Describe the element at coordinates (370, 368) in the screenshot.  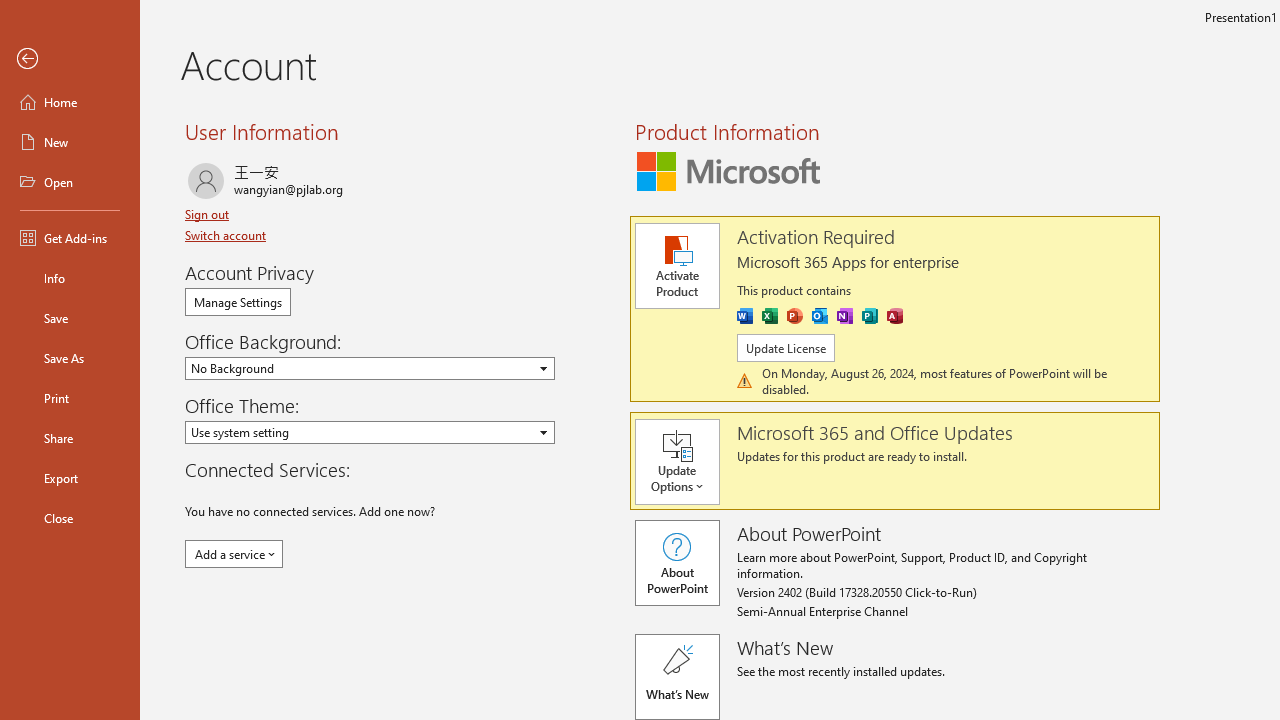
I see `'Office Background'` at that location.